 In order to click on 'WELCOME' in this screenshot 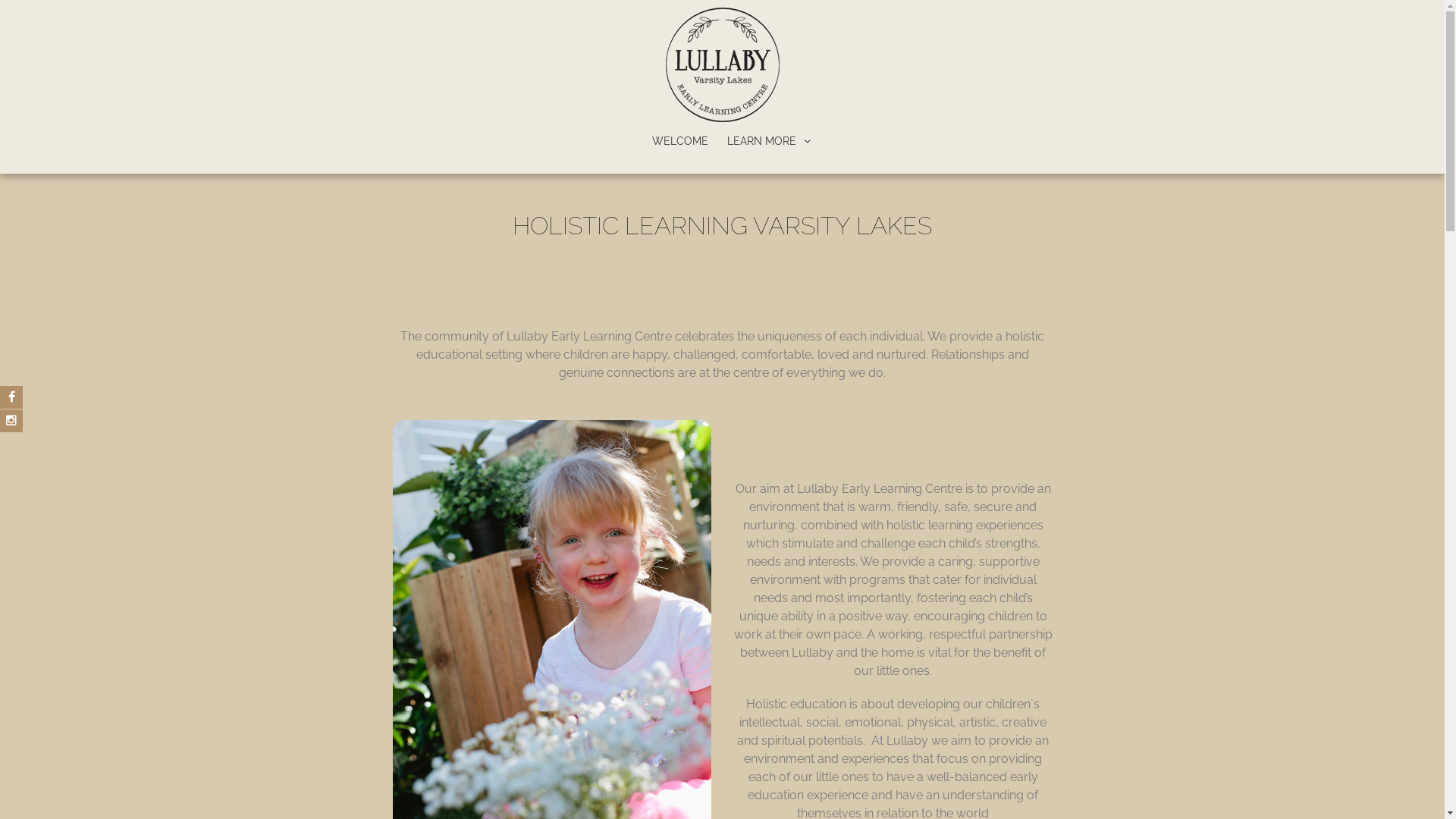, I will do `click(679, 141)`.